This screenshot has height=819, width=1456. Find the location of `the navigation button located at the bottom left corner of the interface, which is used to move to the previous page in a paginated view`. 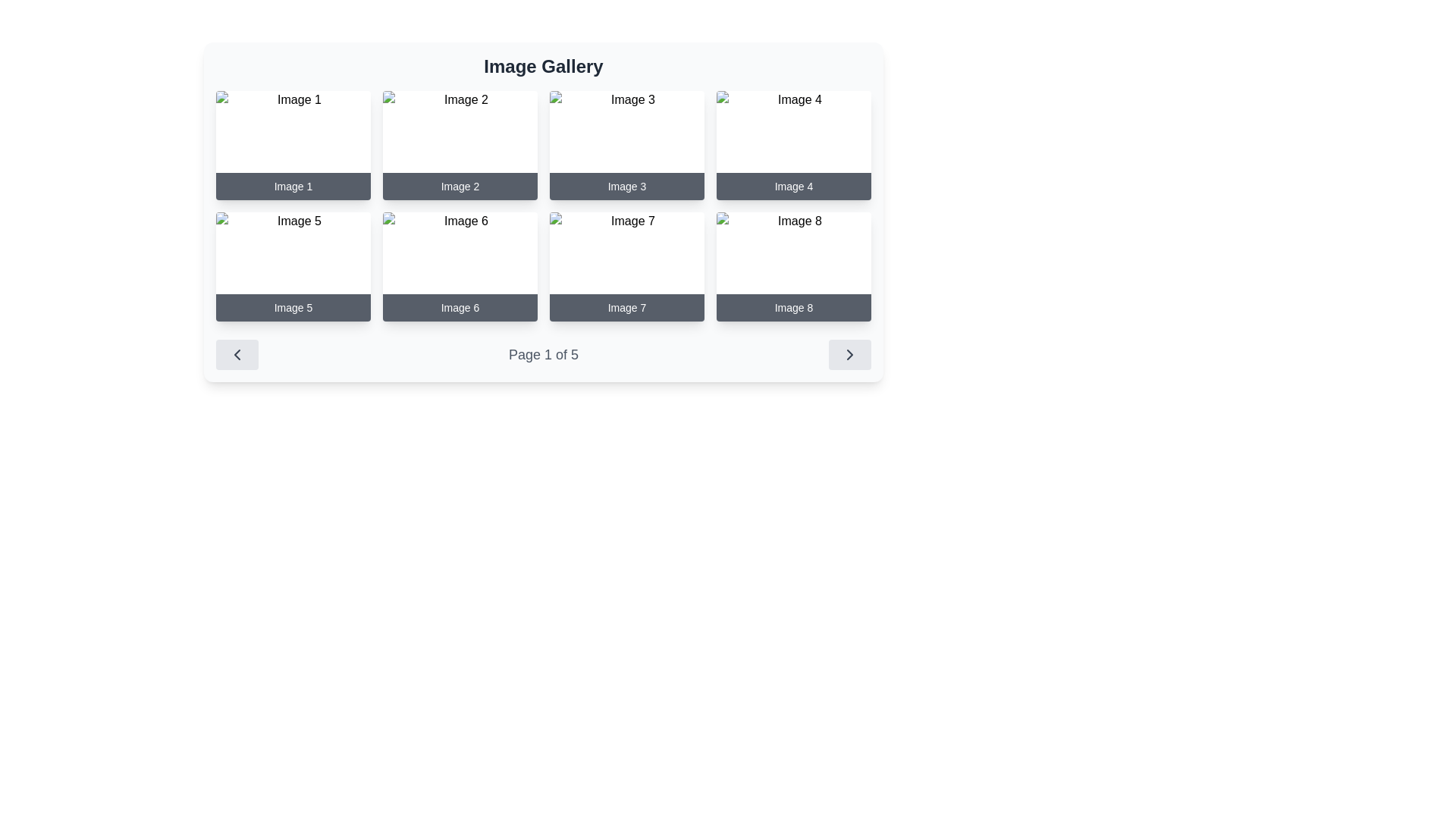

the navigation button located at the bottom left corner of the interface, which is used to move to the previous page in a paginated view is located at coordinates (236, 354).